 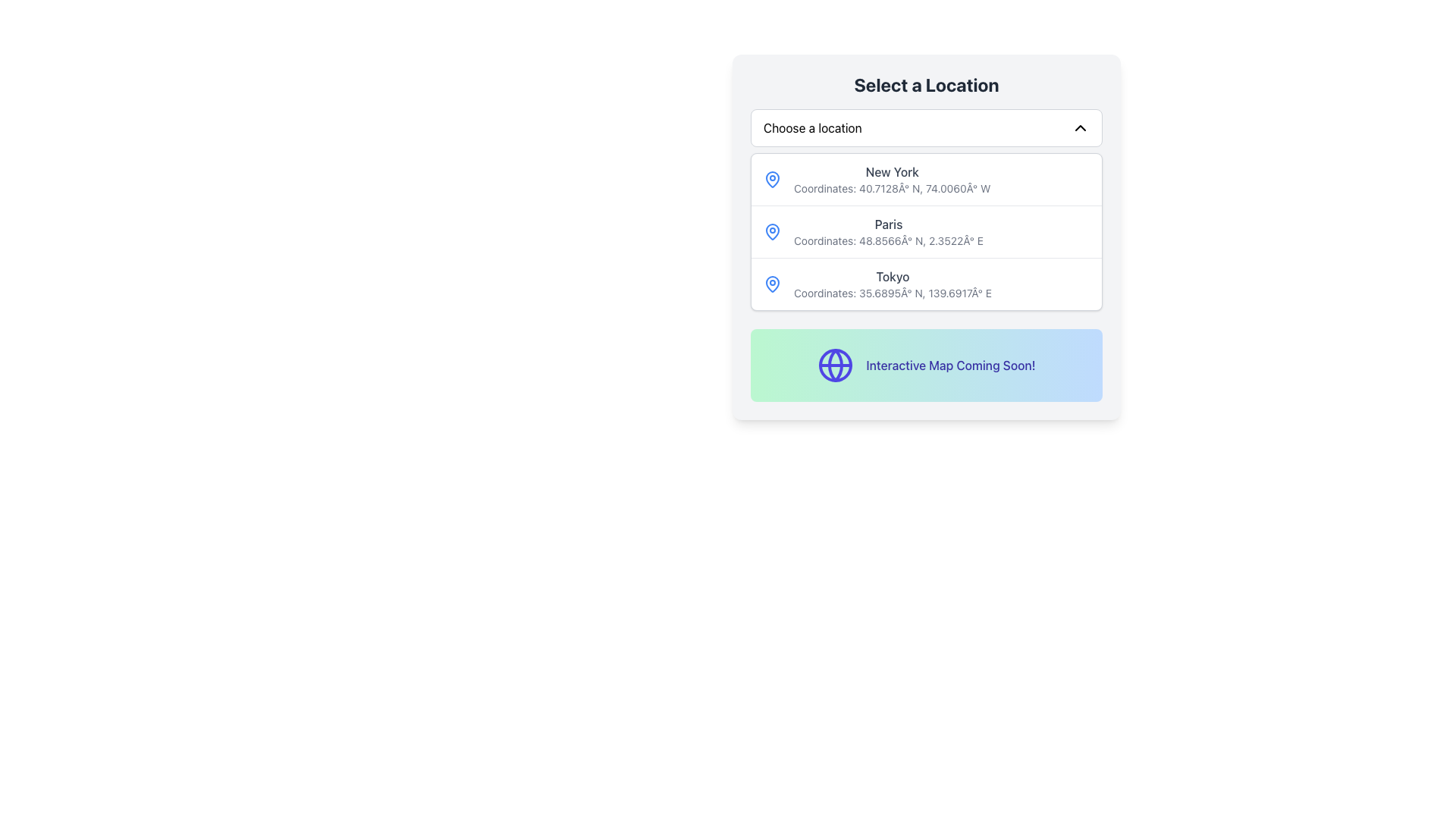 What do you see at coordinates (926, 366) in the screenshot?
I see `the informational banner at the bottom of the 'Select a Location' card, which indicates that an interactive map feature is forthcoming` at bounding box center [926, 366].